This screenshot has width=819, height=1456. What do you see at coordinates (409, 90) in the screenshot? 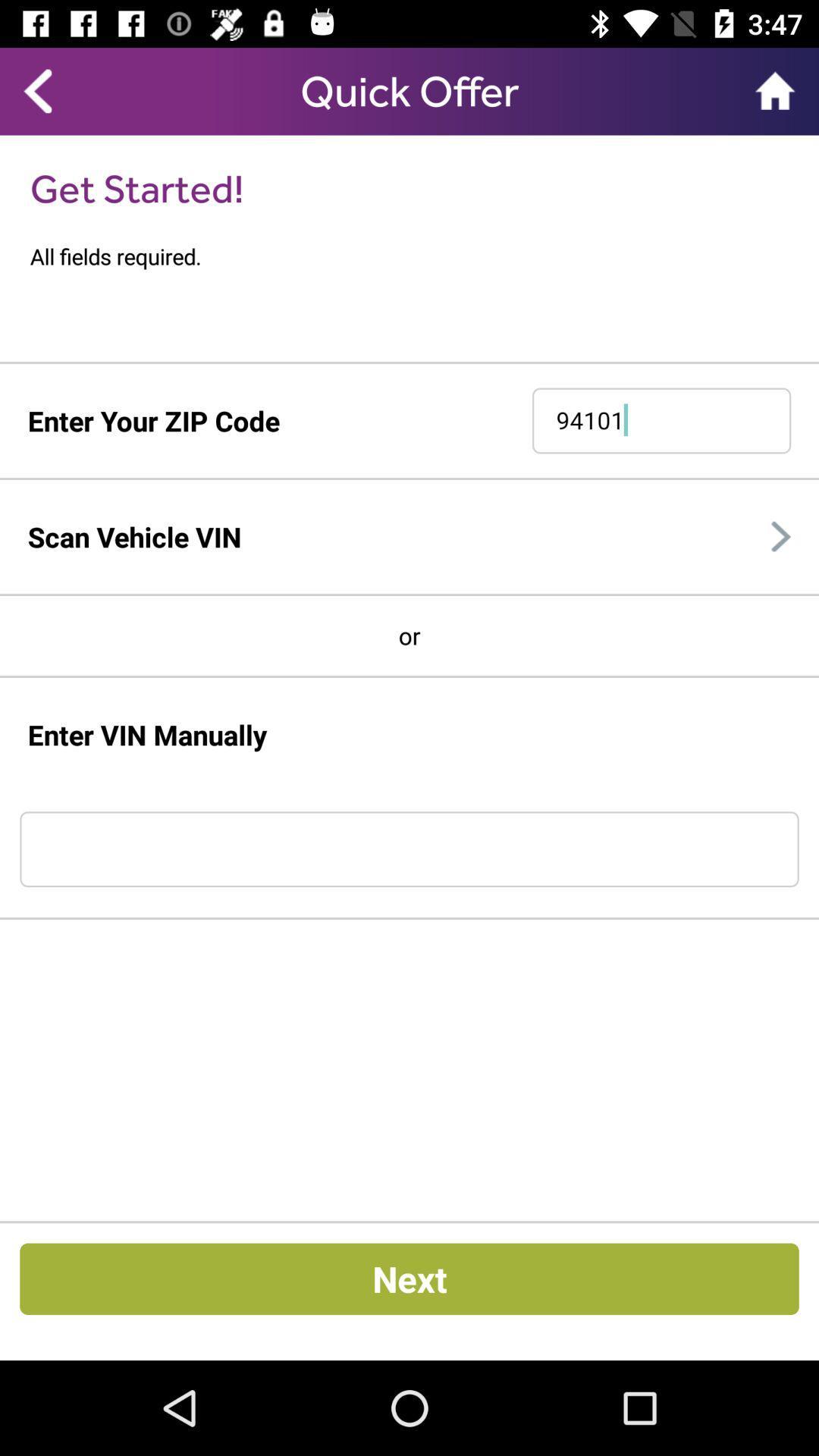
I see `the quick offer icon` at bounding box center [409, 90].